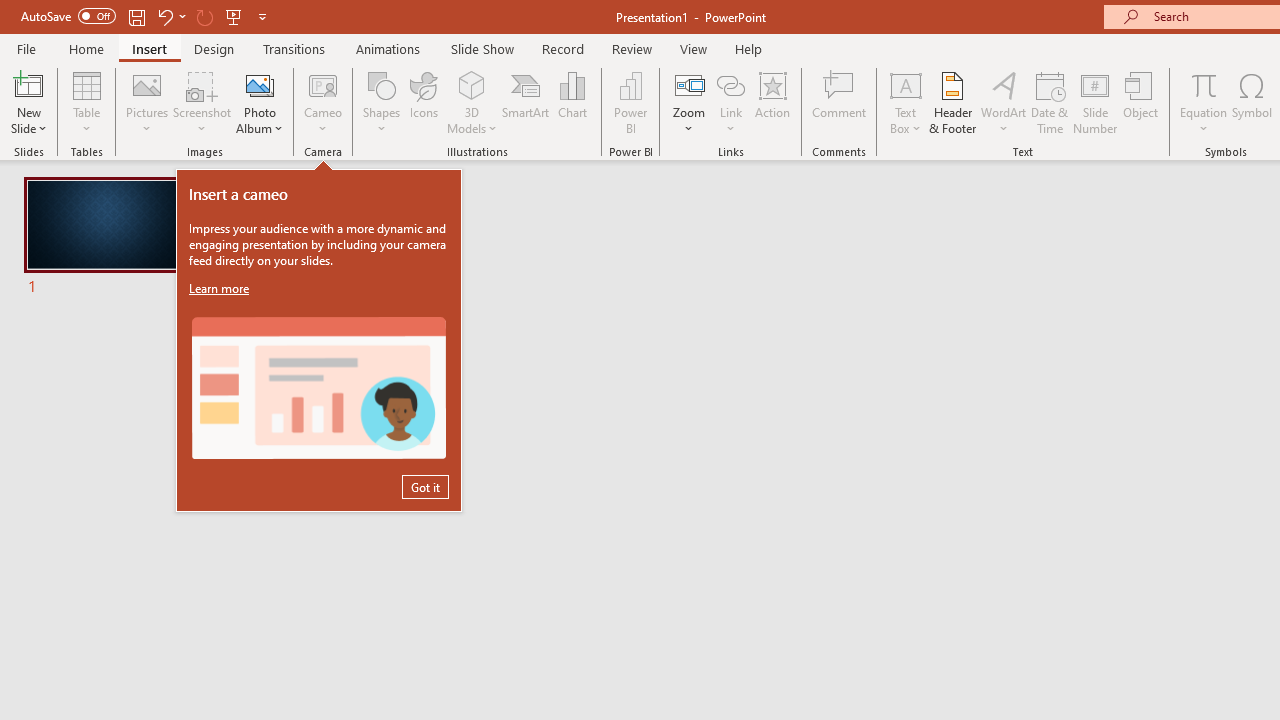 The width and height of the screenshot is (1280, 720). What do you see at coordinates (526, 103) in the screenshot?
I see `'SmartArt...'` at bounding box center [526, 103].